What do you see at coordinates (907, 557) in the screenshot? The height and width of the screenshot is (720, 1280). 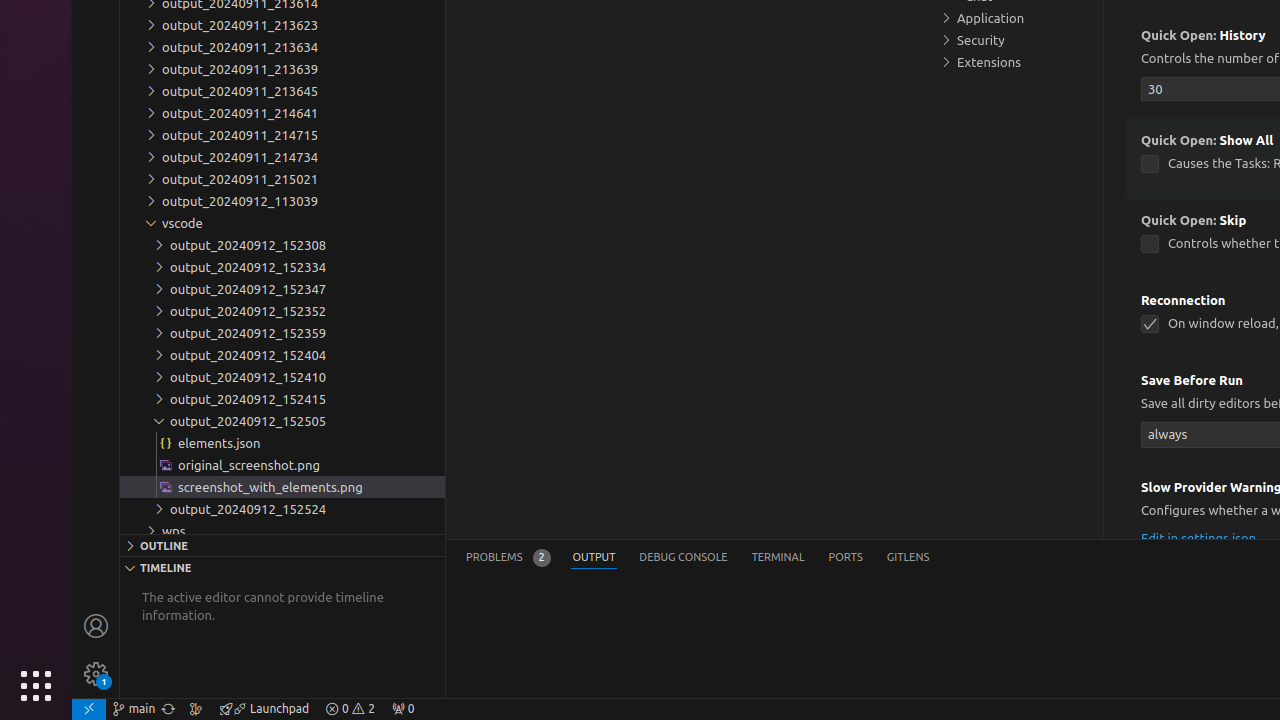 I see `'GitLens'` at bounding box center [907, 557].